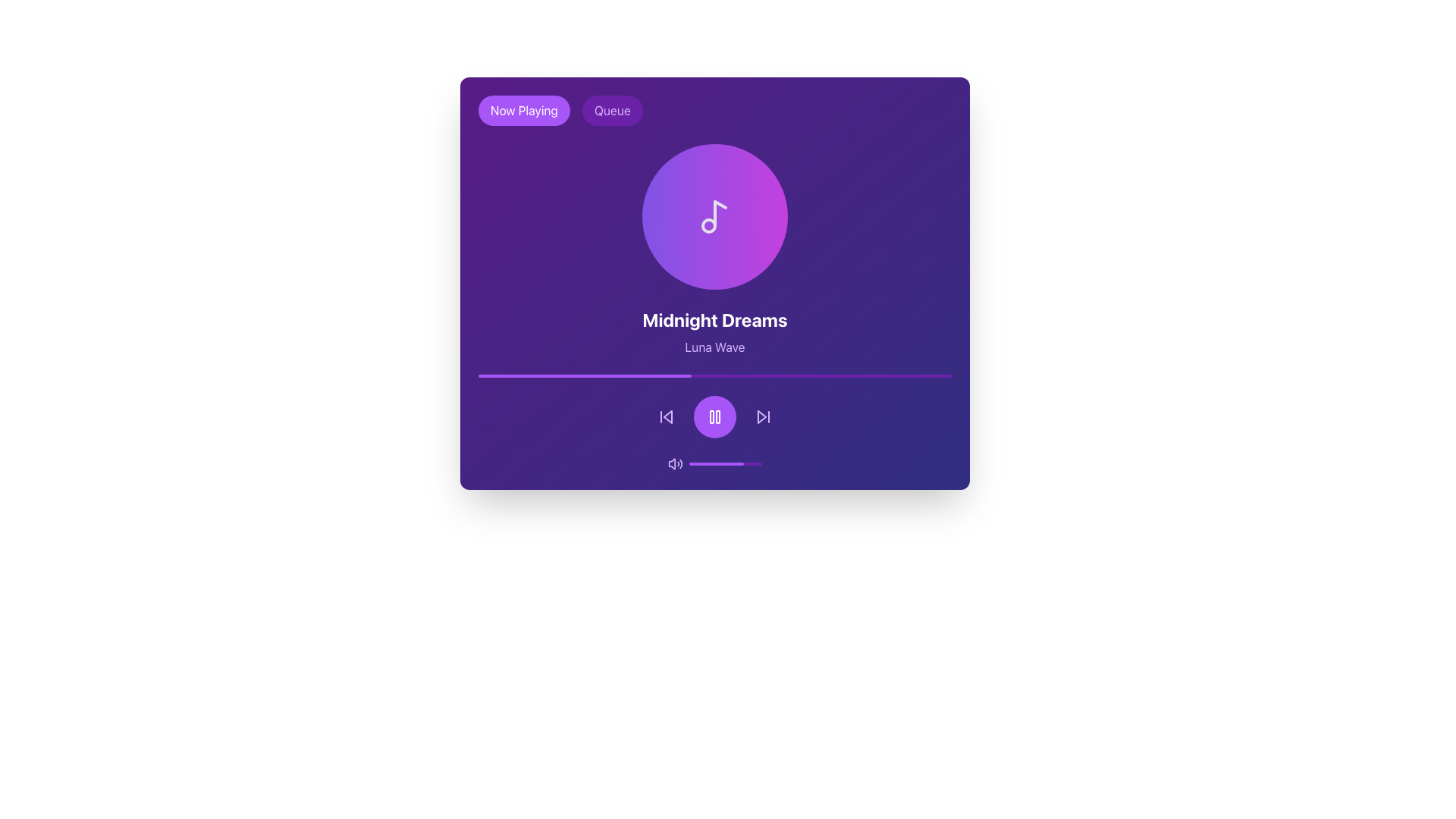  What do you see at coordinates (761, 417) in the screenshot?
I see `the triangular forward navigation icon located within a circular button at the bottom center of the interface for accessibility navigation` at bounding box center [761, 417].